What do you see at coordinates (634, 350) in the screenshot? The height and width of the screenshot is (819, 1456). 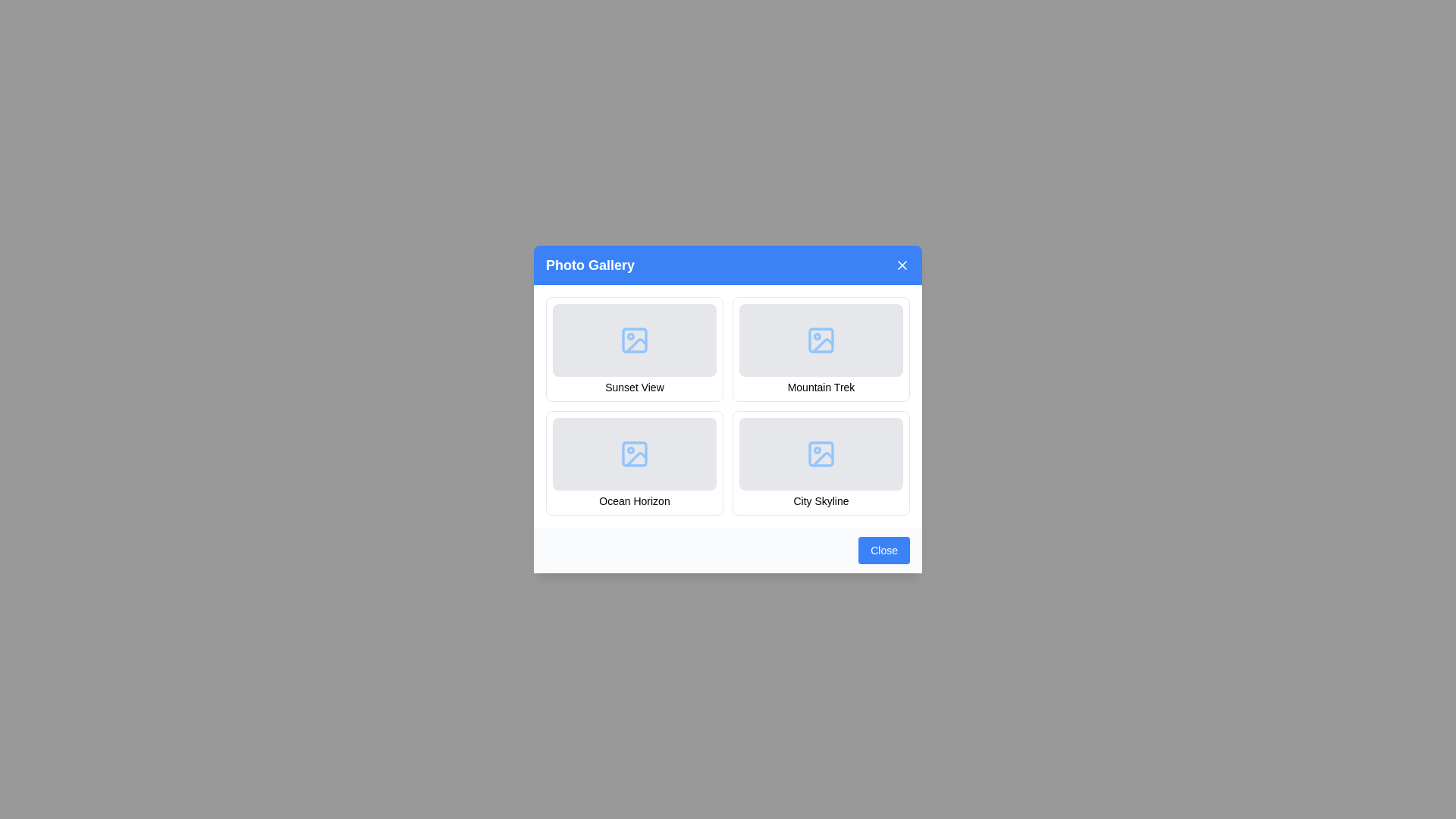 I see `the selectable grid item representing the 'Sunset View' theme` at bounding box center [634, 350].